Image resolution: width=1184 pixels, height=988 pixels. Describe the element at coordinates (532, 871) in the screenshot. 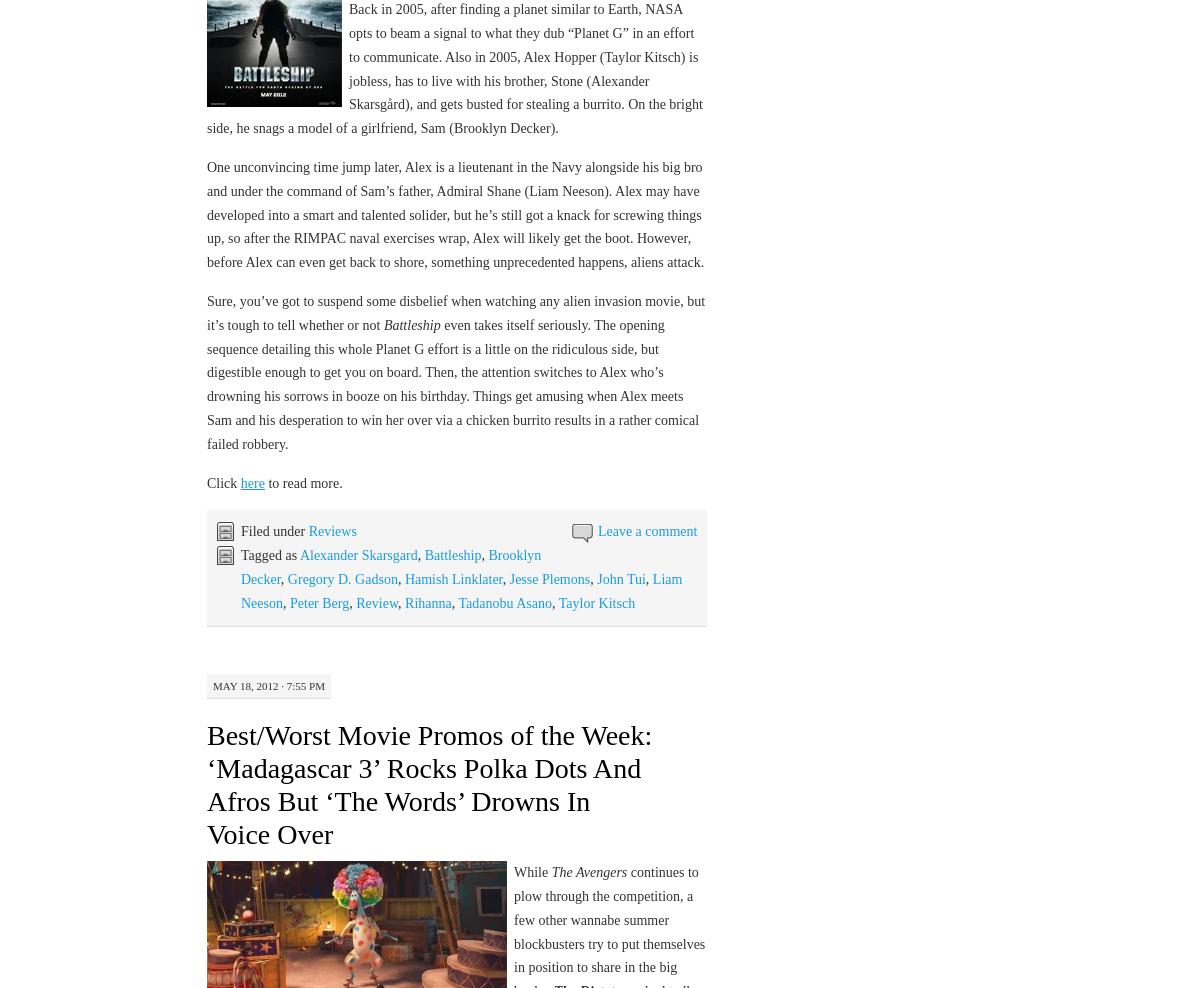

I see `'While'` at that location.